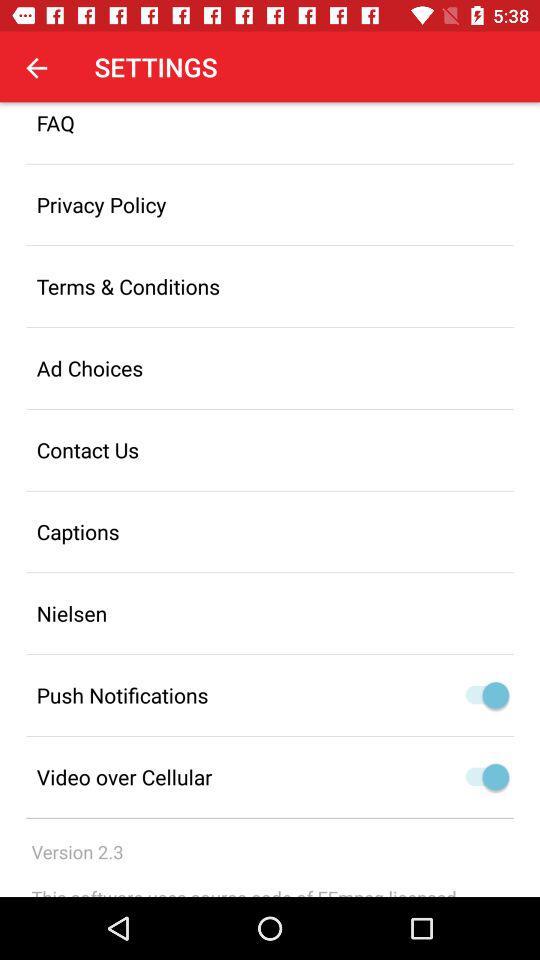  Describe the element at coordinates (76, 851) in the screenshot. I see `the item above this software uses item` at that location.